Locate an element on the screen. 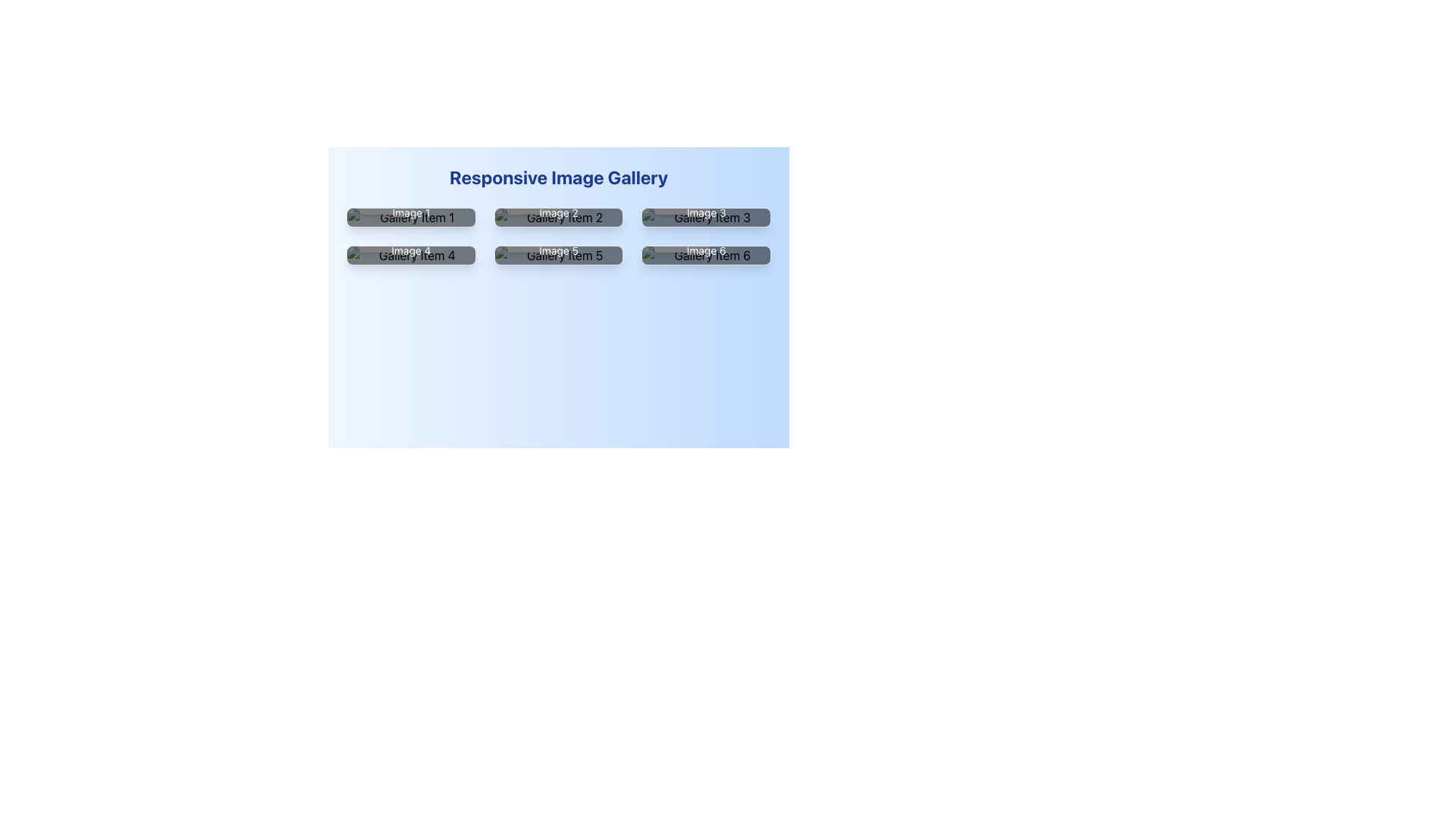  the text label stating 'Description for Image 6' which is styled with a semi-transparent black background and white text, positioned at the bottom of the 'Image 6' gallery card is located at coordinates (705, 242).